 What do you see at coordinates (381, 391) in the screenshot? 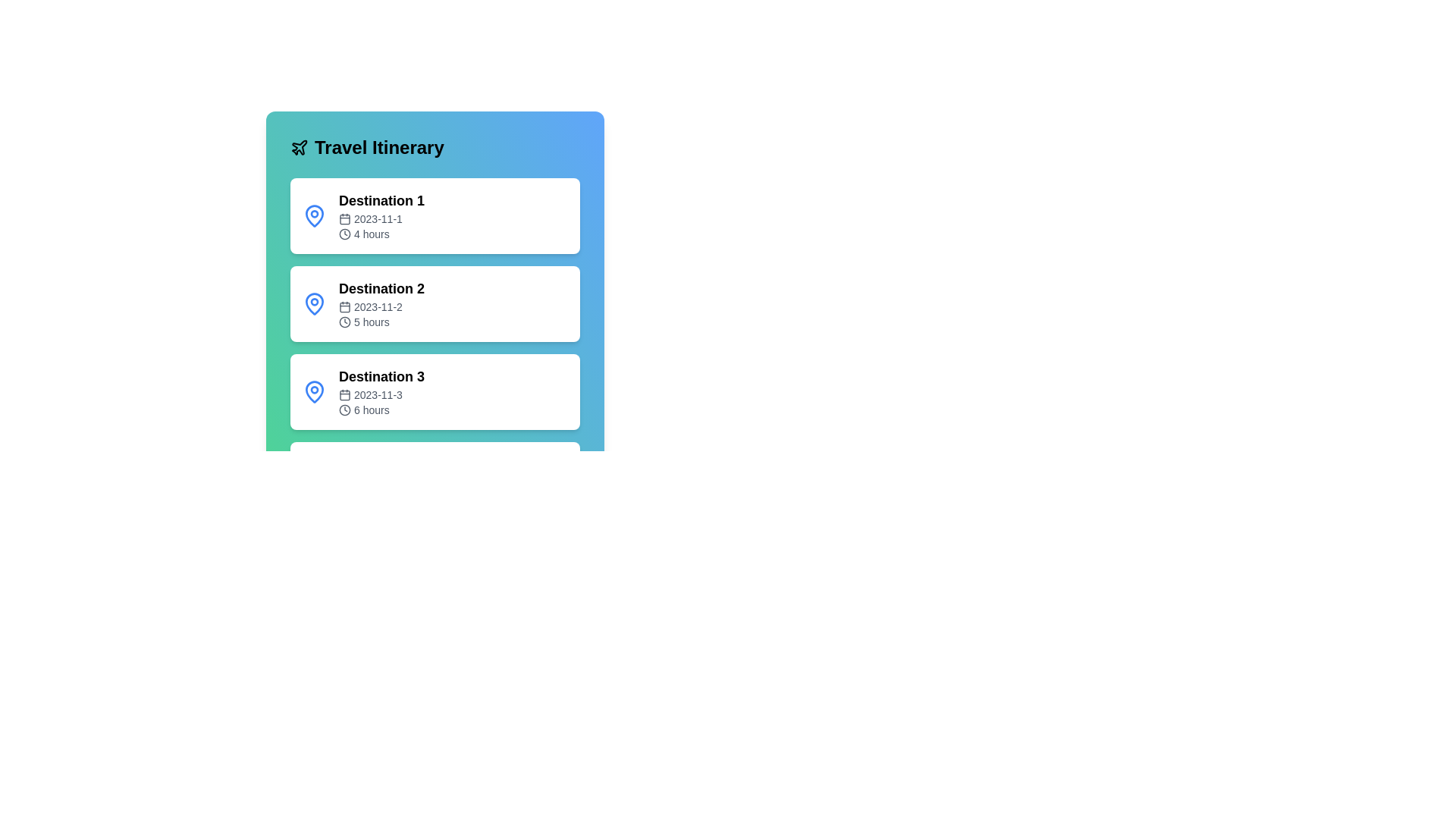
I see `the informative card displaying 'Destination 3' with the date '2023-11-3' and duration '6 hours', which is the third card in a vertically stacked list` at bounding box center [381, 391].